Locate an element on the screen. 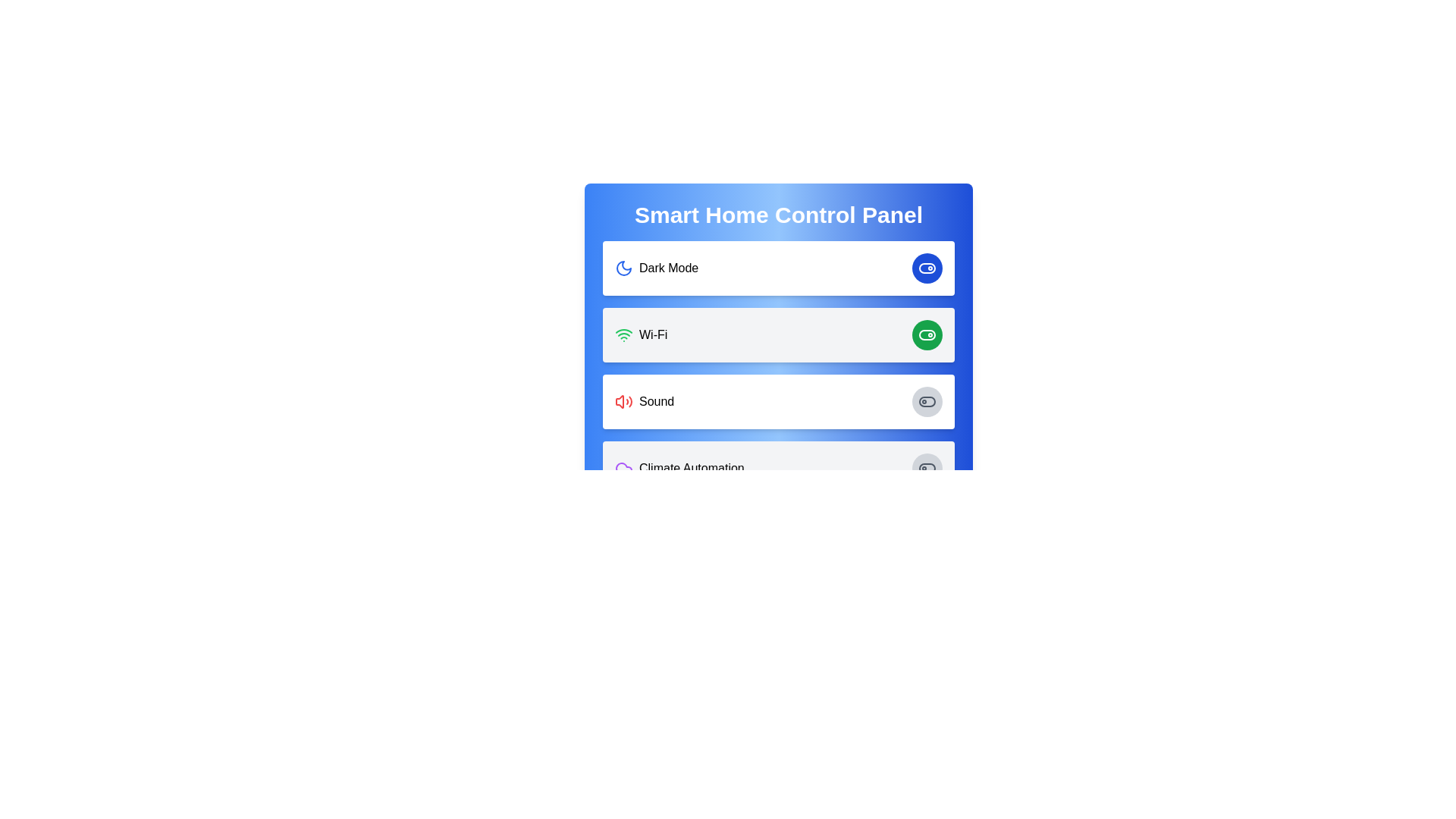  the 'Climate Automation' settings toggle control card is located at coordinates (779, 467).